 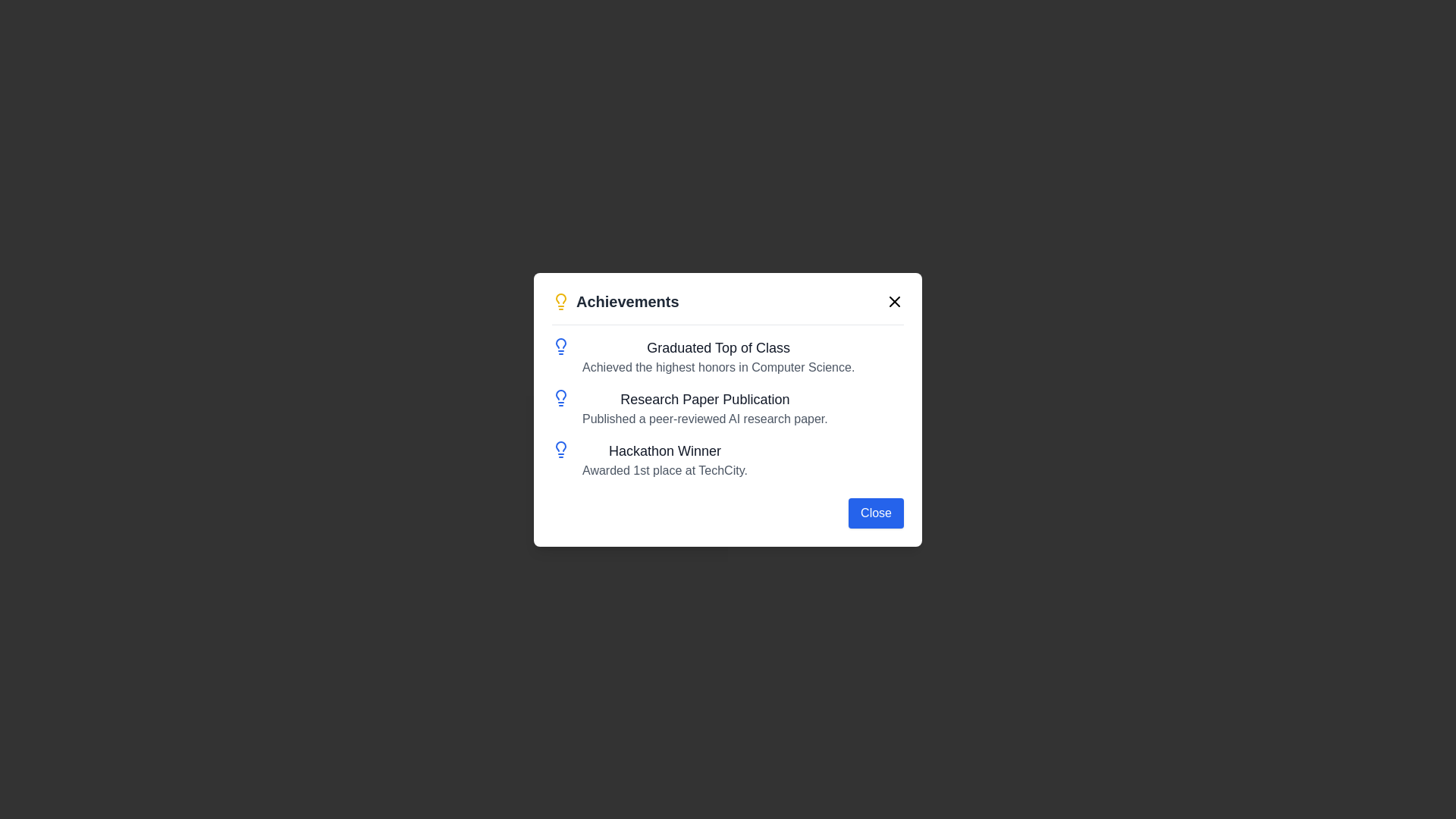 What do you see at coordinates (664, 459) in the screenshot?
I see `and interpret the text content of the third achievement entry in the vertical list, which displays information about a hackathon award, positioned below 'Research Paper Publication' and above the 'Close' button` at bounding box center [664, 459].